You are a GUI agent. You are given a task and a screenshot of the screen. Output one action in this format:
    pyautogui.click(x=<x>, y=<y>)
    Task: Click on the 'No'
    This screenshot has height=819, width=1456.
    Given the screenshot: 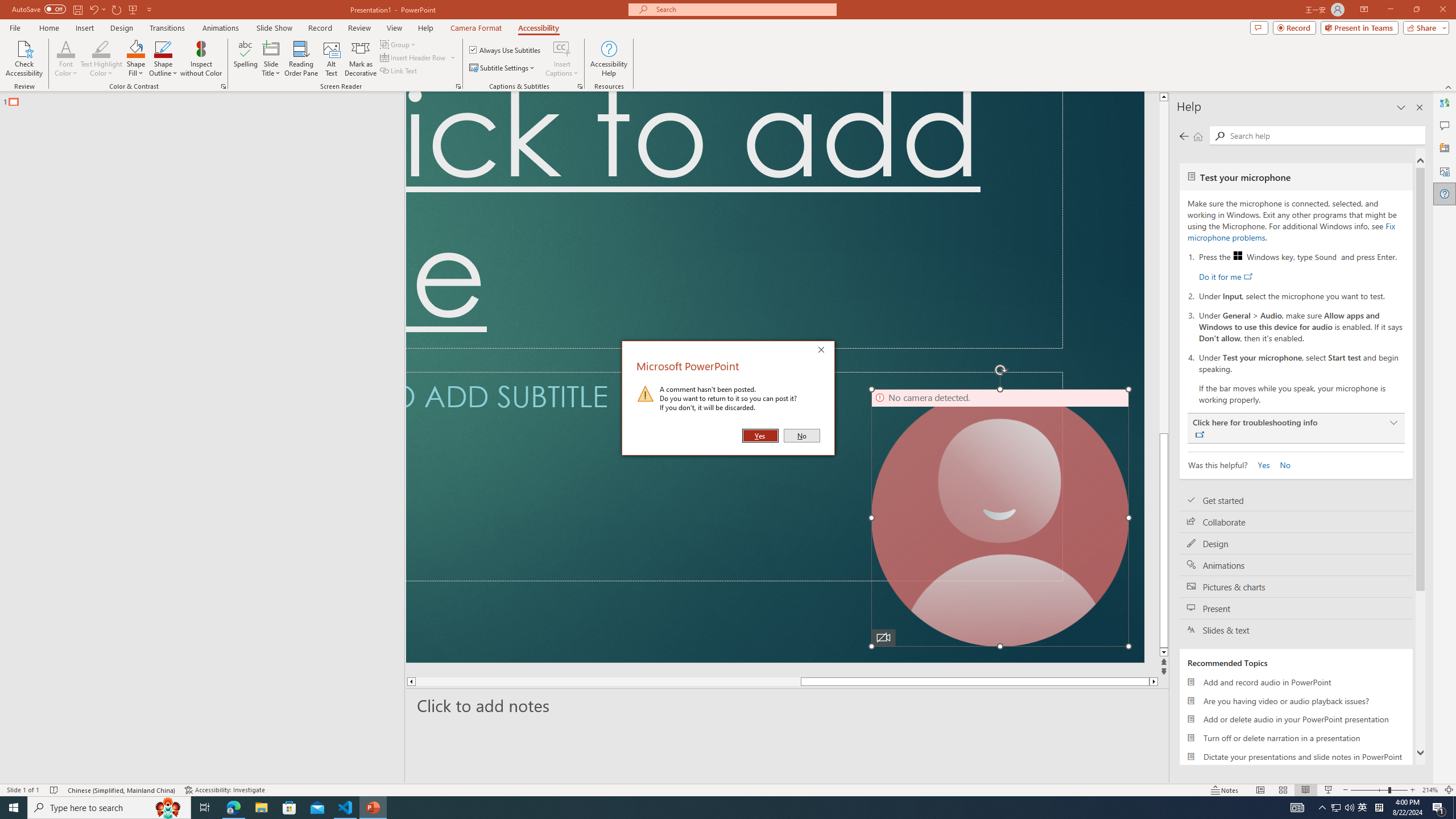 What is the action you would take?
    pyautogui.click(x=801, y=435)
    